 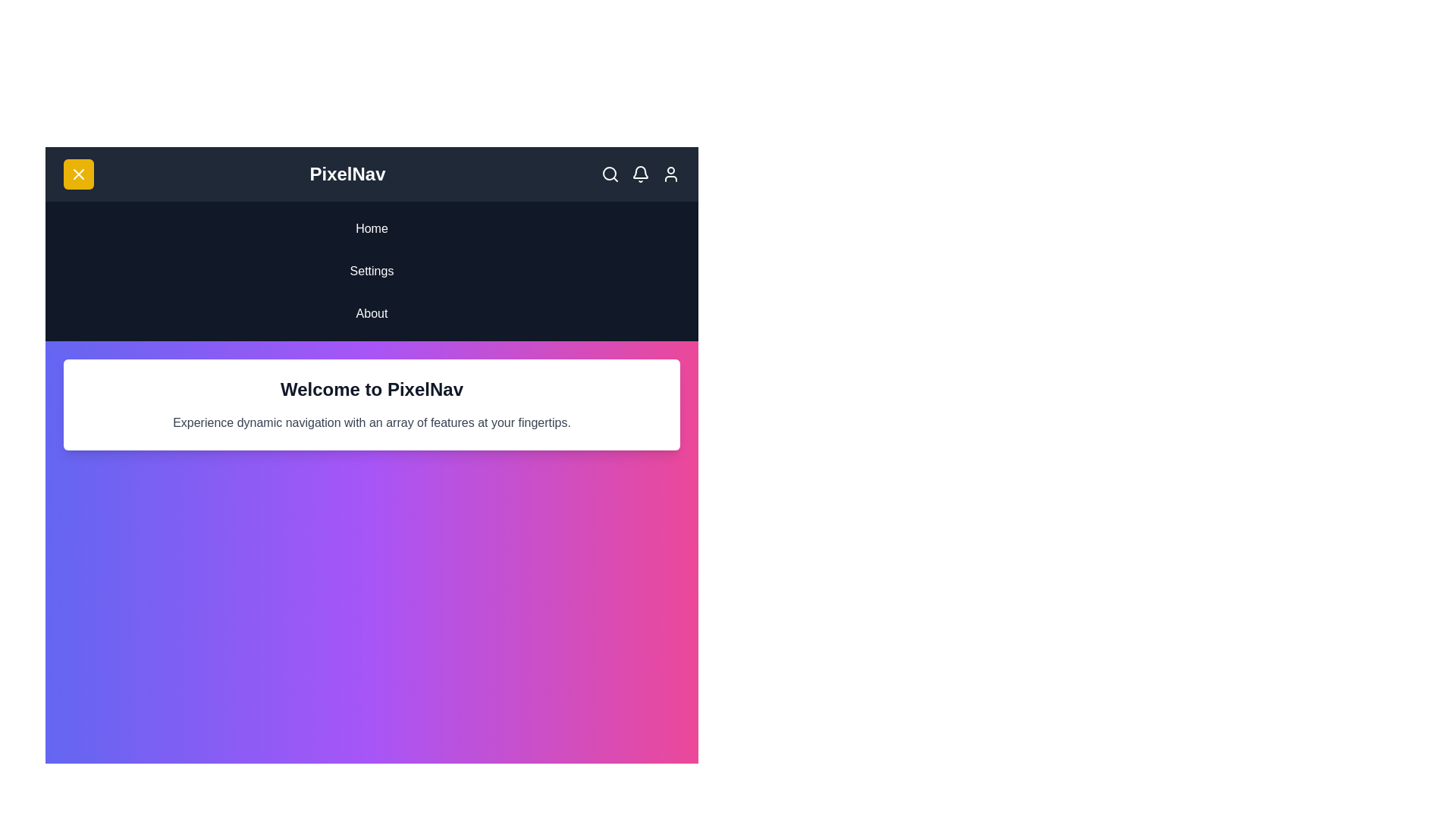 What do you see at coordinates (640, 174) in the screenshot?
I see `the 'Bell' icon to trigger its associated action` at bounding box center [640, 174].